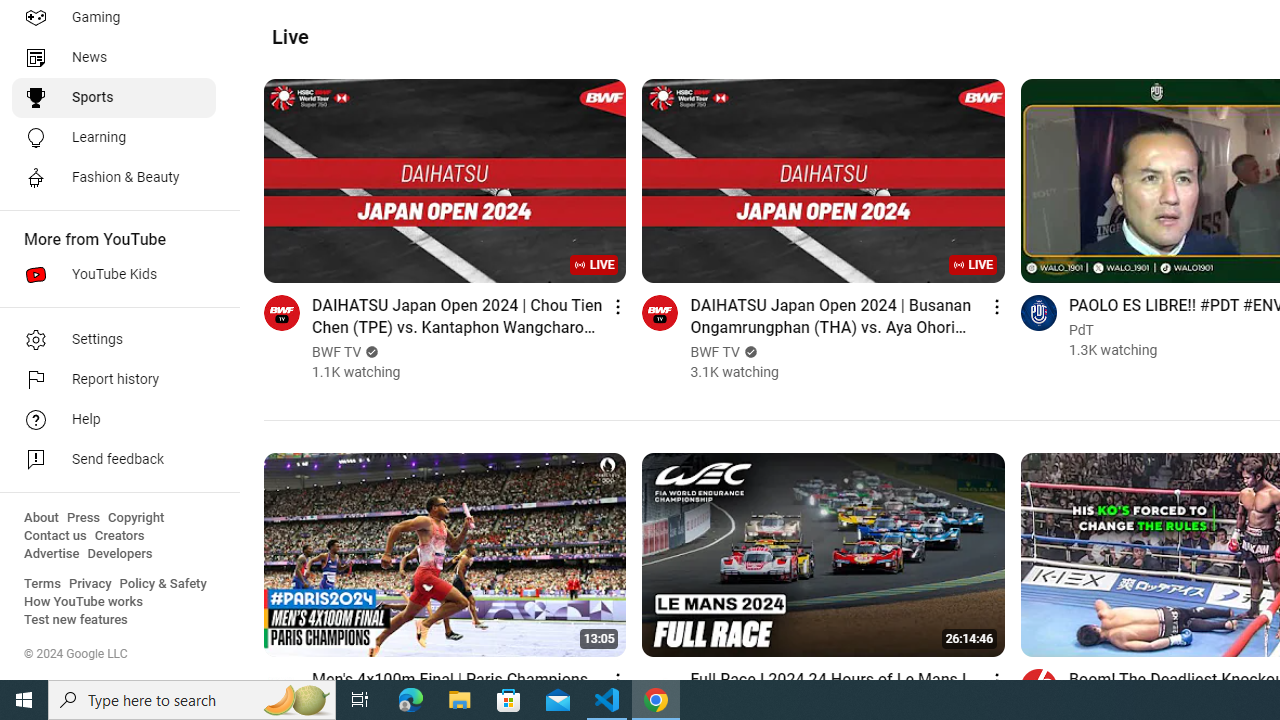 This screenshot has width=1280, height=720. What do you see at coordinates (112, 97) in the screenshot?
I see `'Sports'` at bounding box center [112, 97].